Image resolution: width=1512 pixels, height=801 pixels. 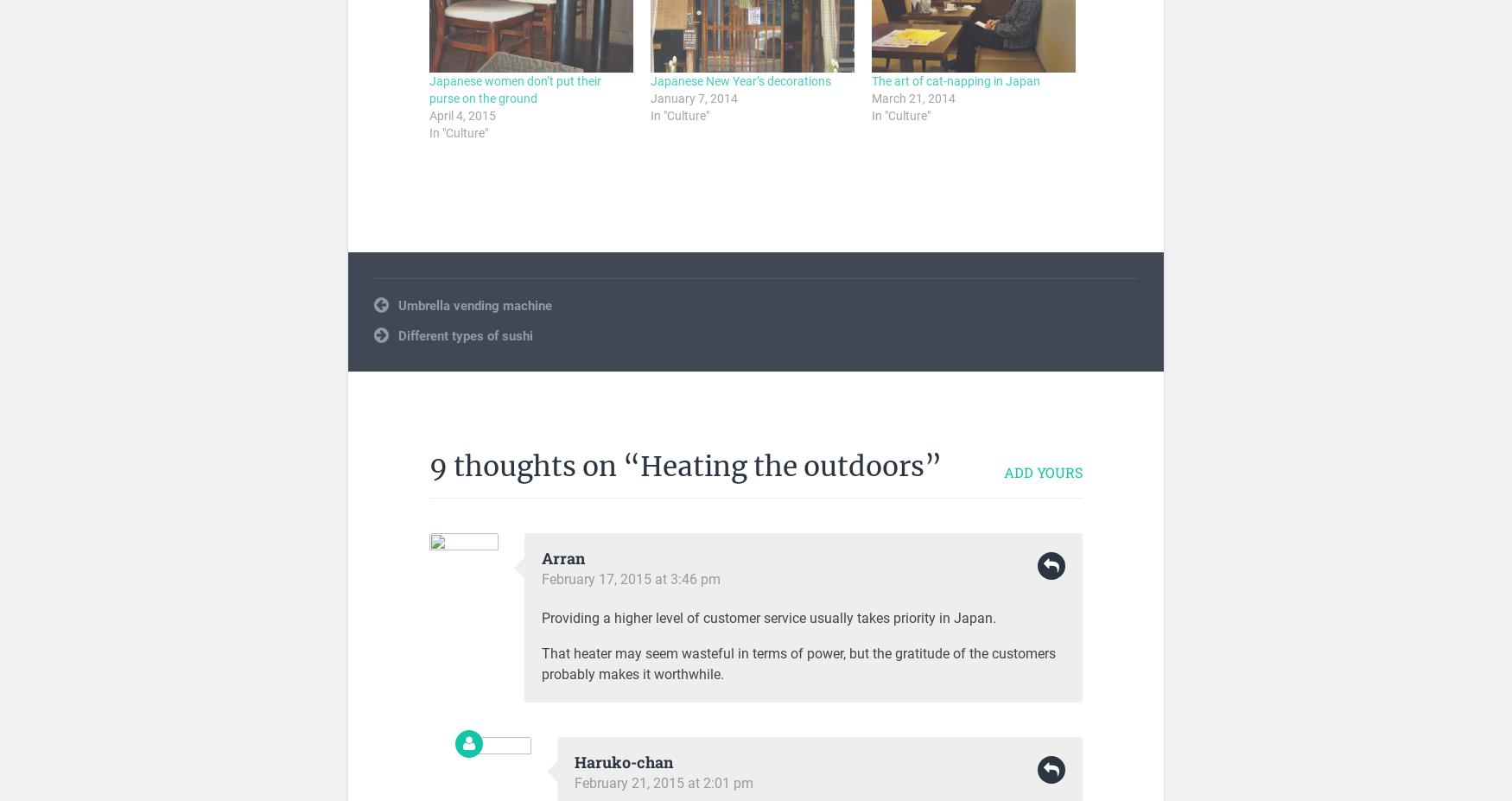 I want to click on 'Different types of sushi', so click(x=465, y=334).